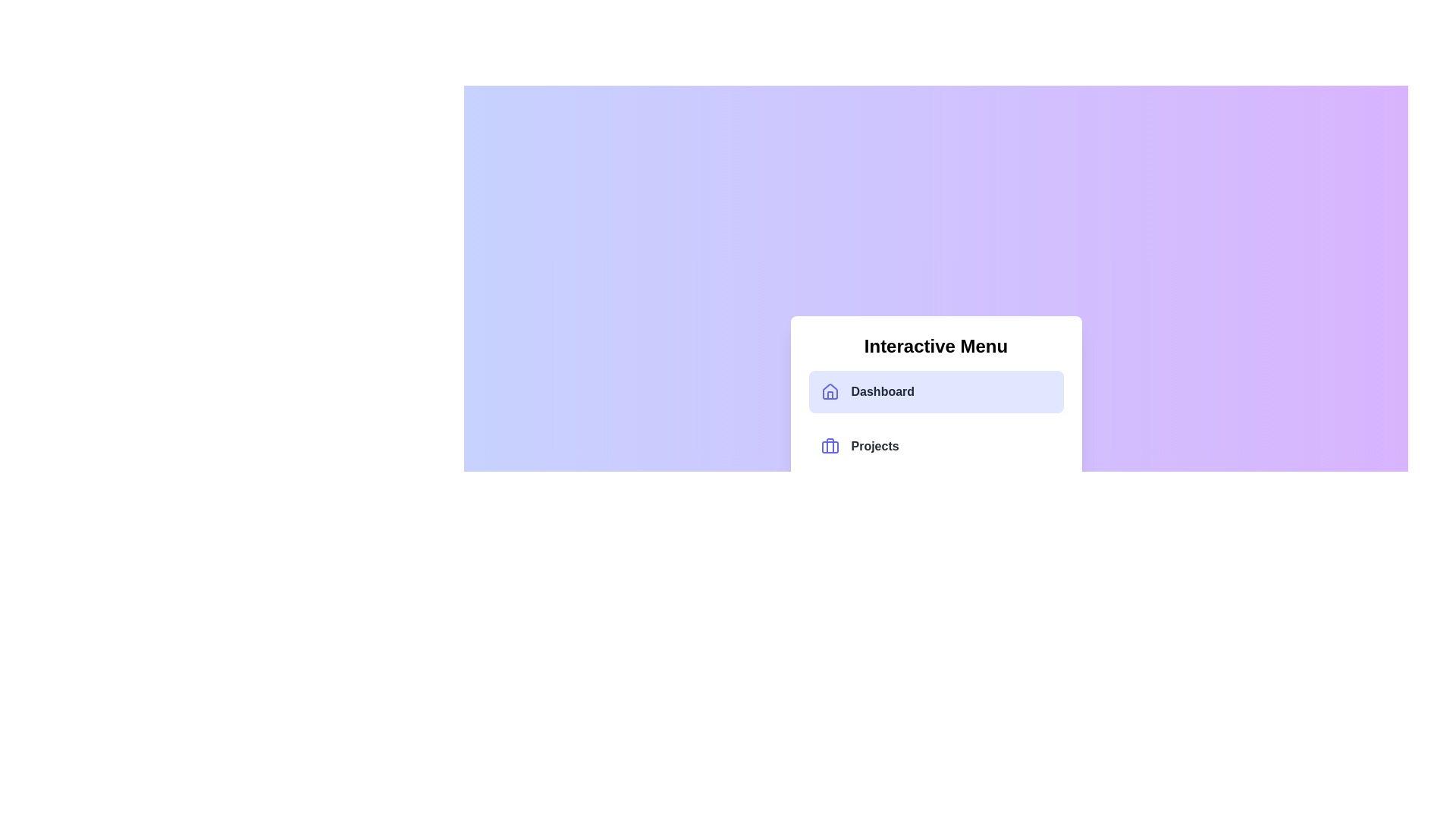  Describe the element at coordinates (935, 445) in the screenshot. I see `the menu item corresponding to Projects` at that location.